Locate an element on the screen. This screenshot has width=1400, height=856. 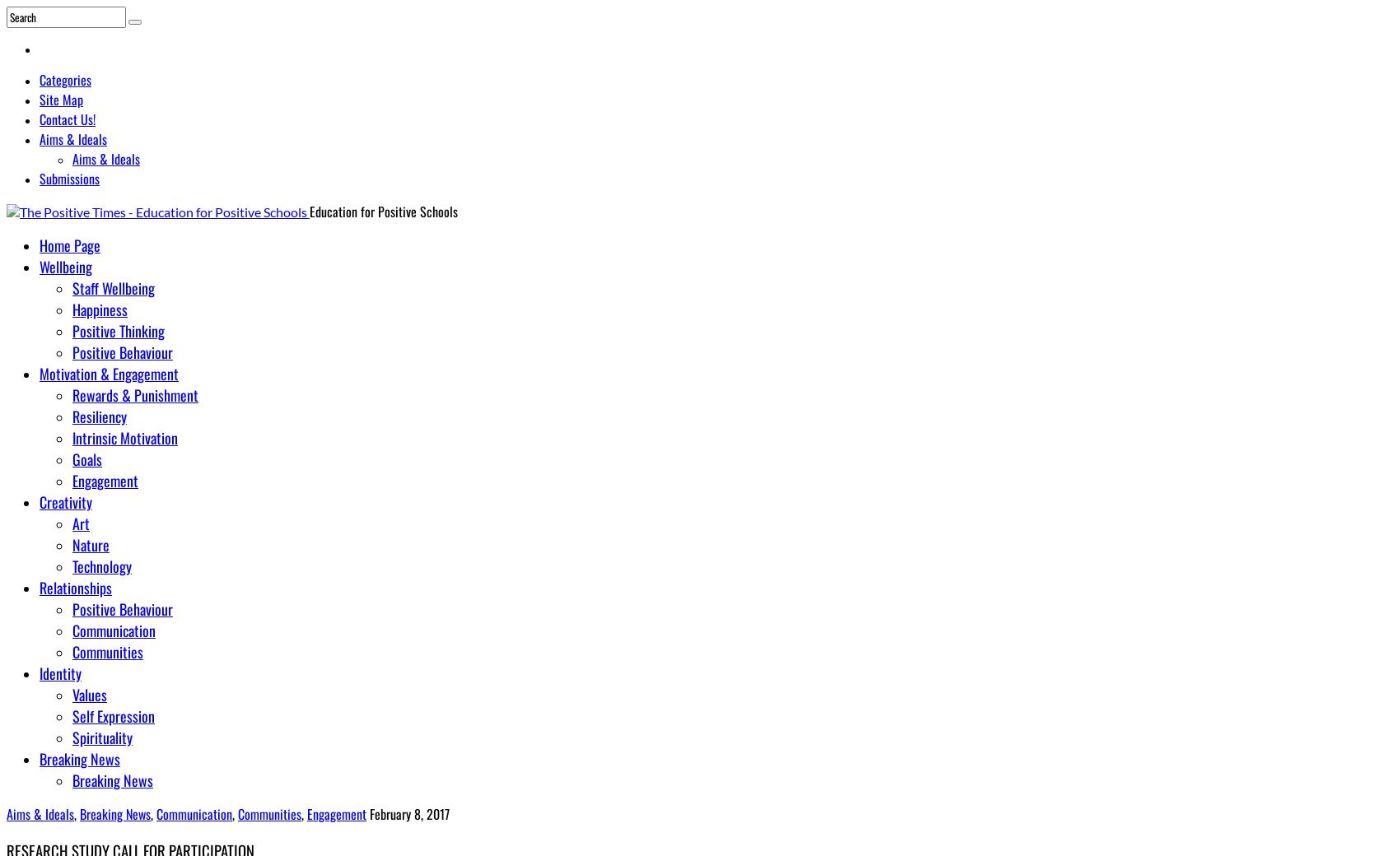
'Resiliency' is located at coordinates (99, 416).